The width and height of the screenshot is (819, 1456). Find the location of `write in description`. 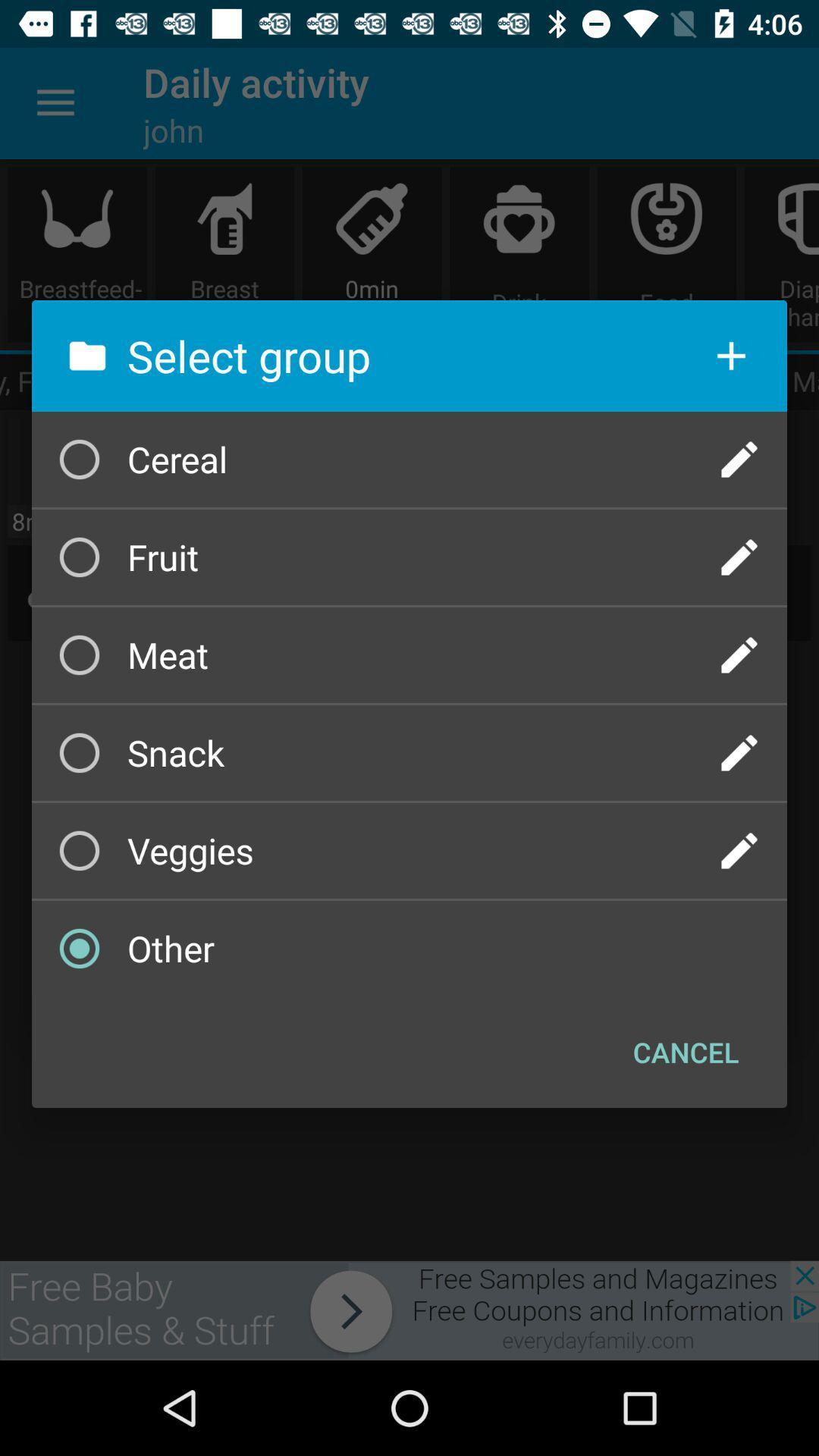

write in description is located at coordinates (739, 851).